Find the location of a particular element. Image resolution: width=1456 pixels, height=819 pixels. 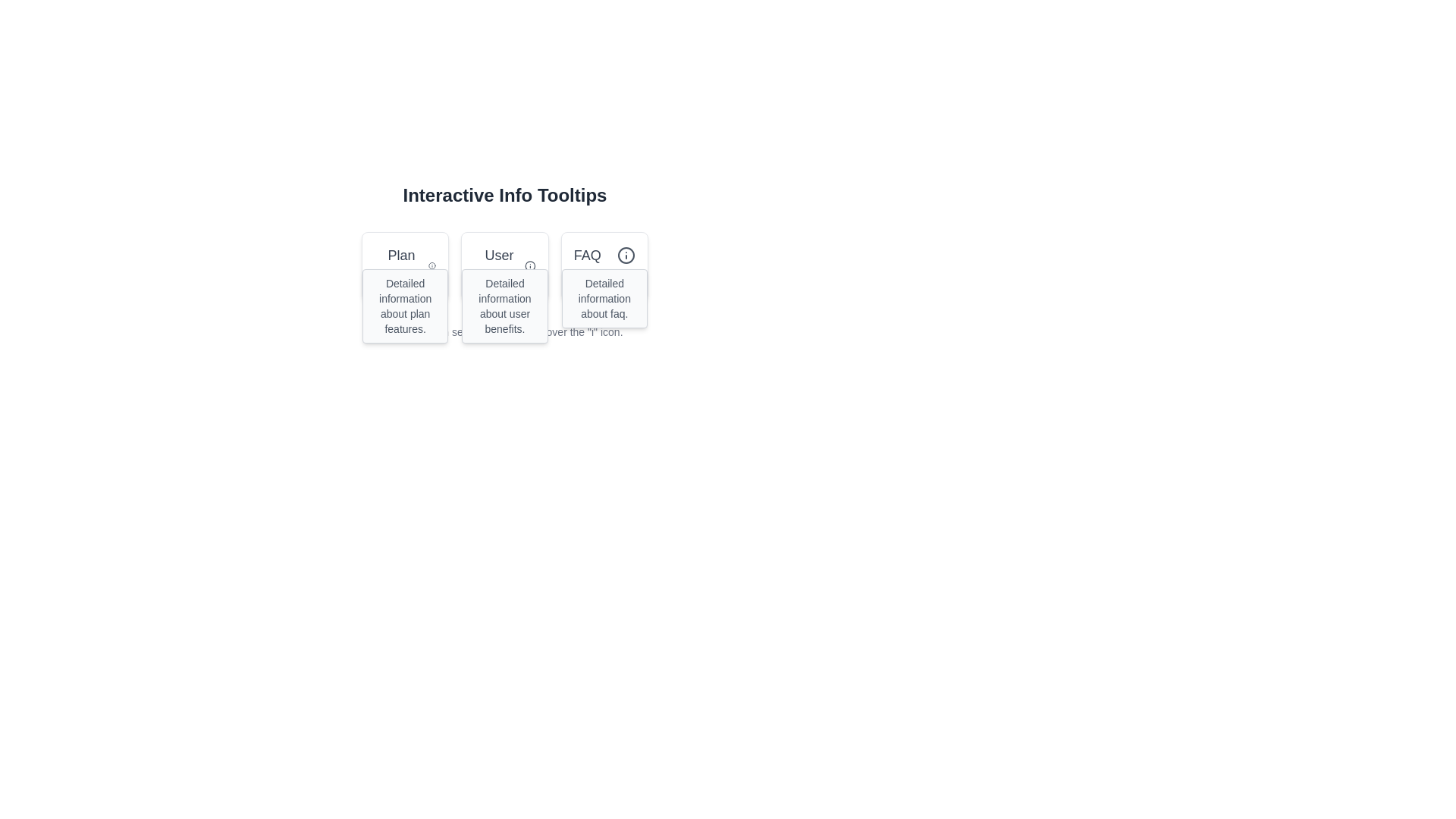

the 'FAQ' Information Card, which is a rectangular card with rounded corners, a white background, and a gray border, located in the rightmost column of a three-column grid layout is located at coordinates (604, 265).